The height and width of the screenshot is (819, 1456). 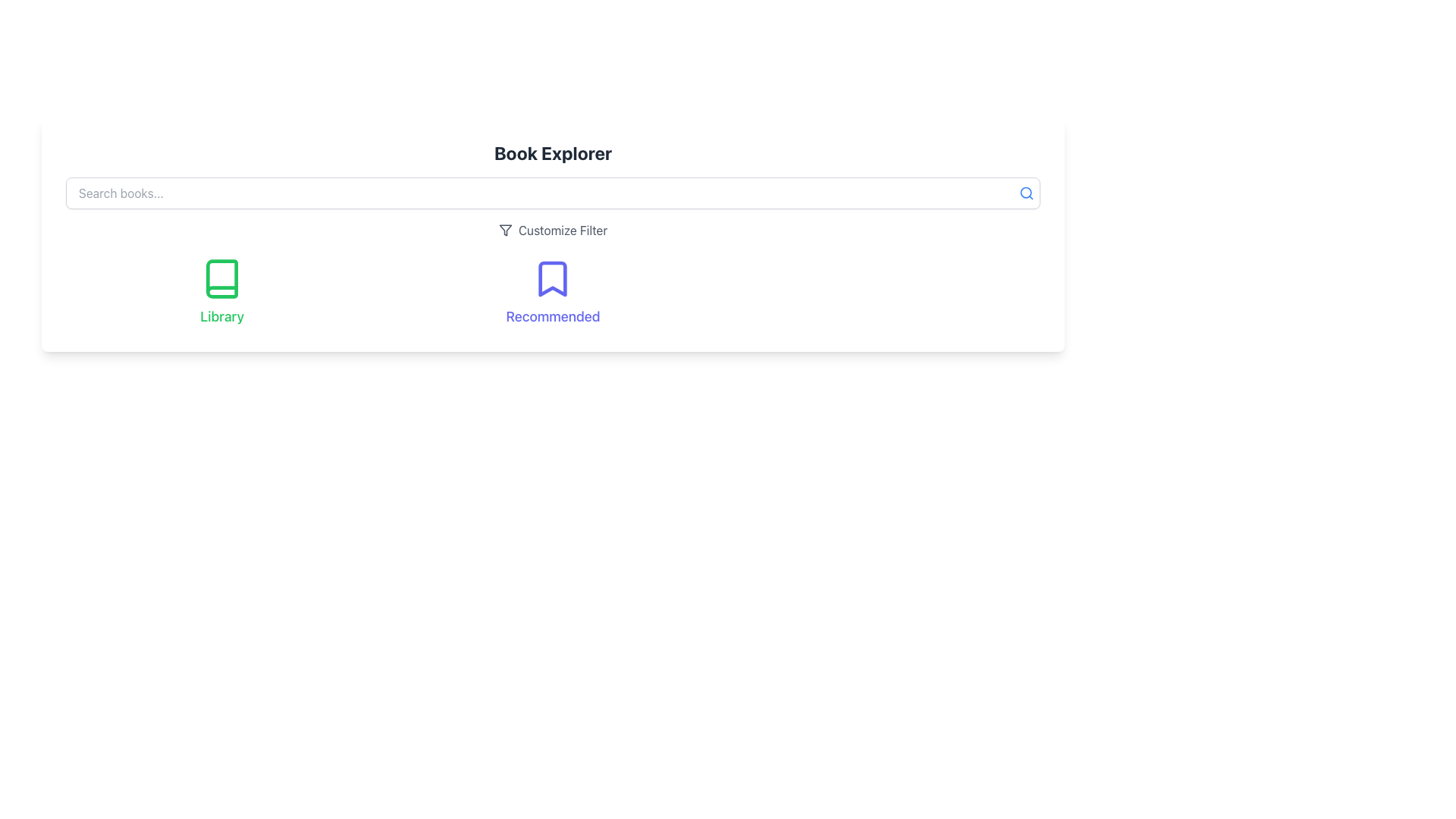 I want to click on the green book icon in the Library section, so click(x=221, y=278).